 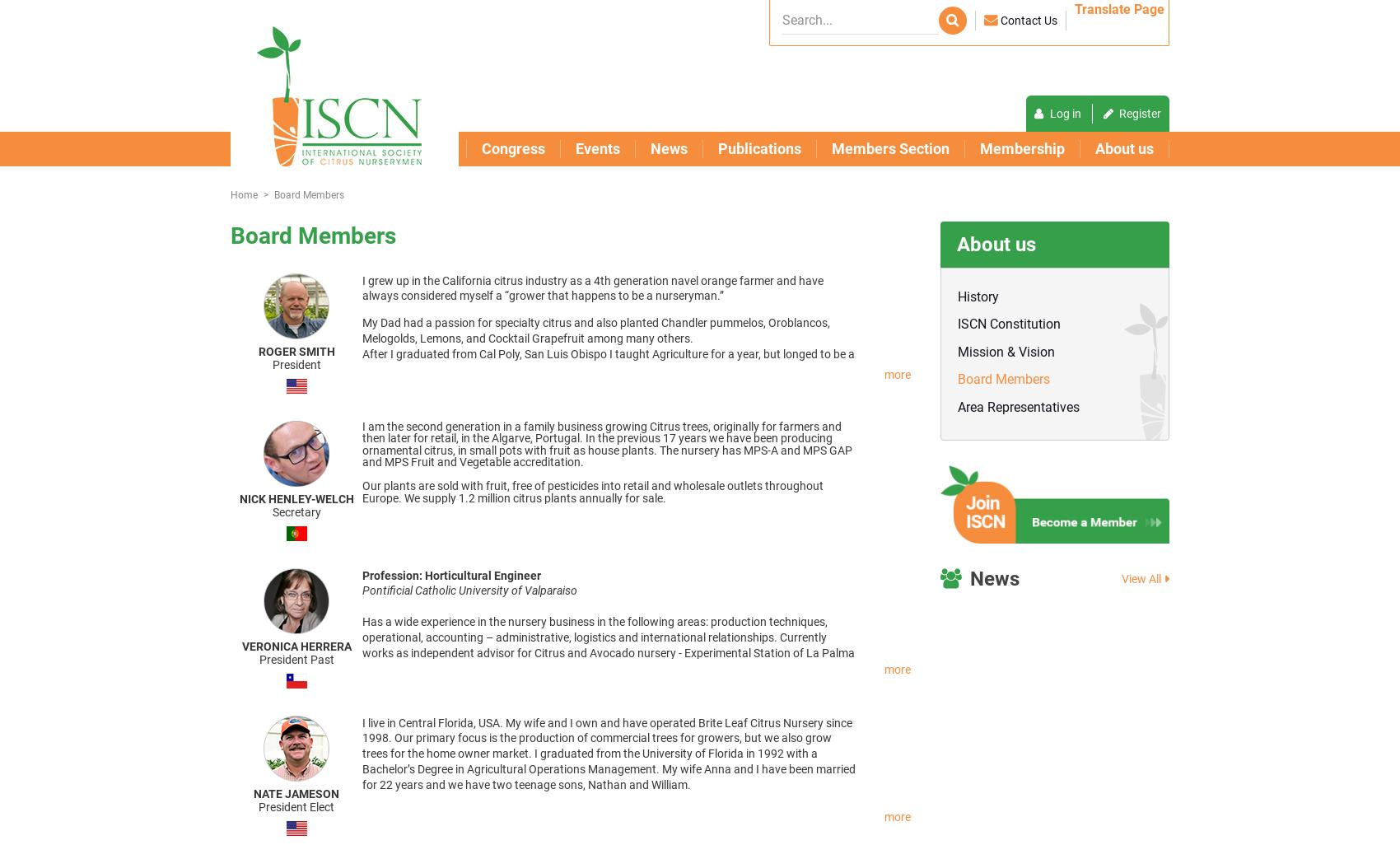 What do you see at coordinates (258, 805) in the screenshot?
I see `'President Elect'` at bounding box center [258, 805].